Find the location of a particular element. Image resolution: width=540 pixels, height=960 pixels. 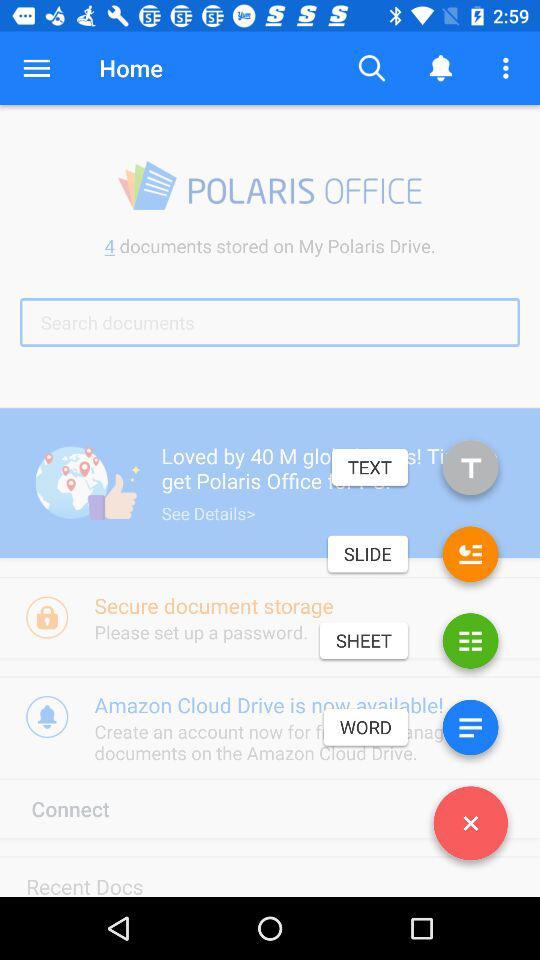

open word app is located at coordinates (470, 730).